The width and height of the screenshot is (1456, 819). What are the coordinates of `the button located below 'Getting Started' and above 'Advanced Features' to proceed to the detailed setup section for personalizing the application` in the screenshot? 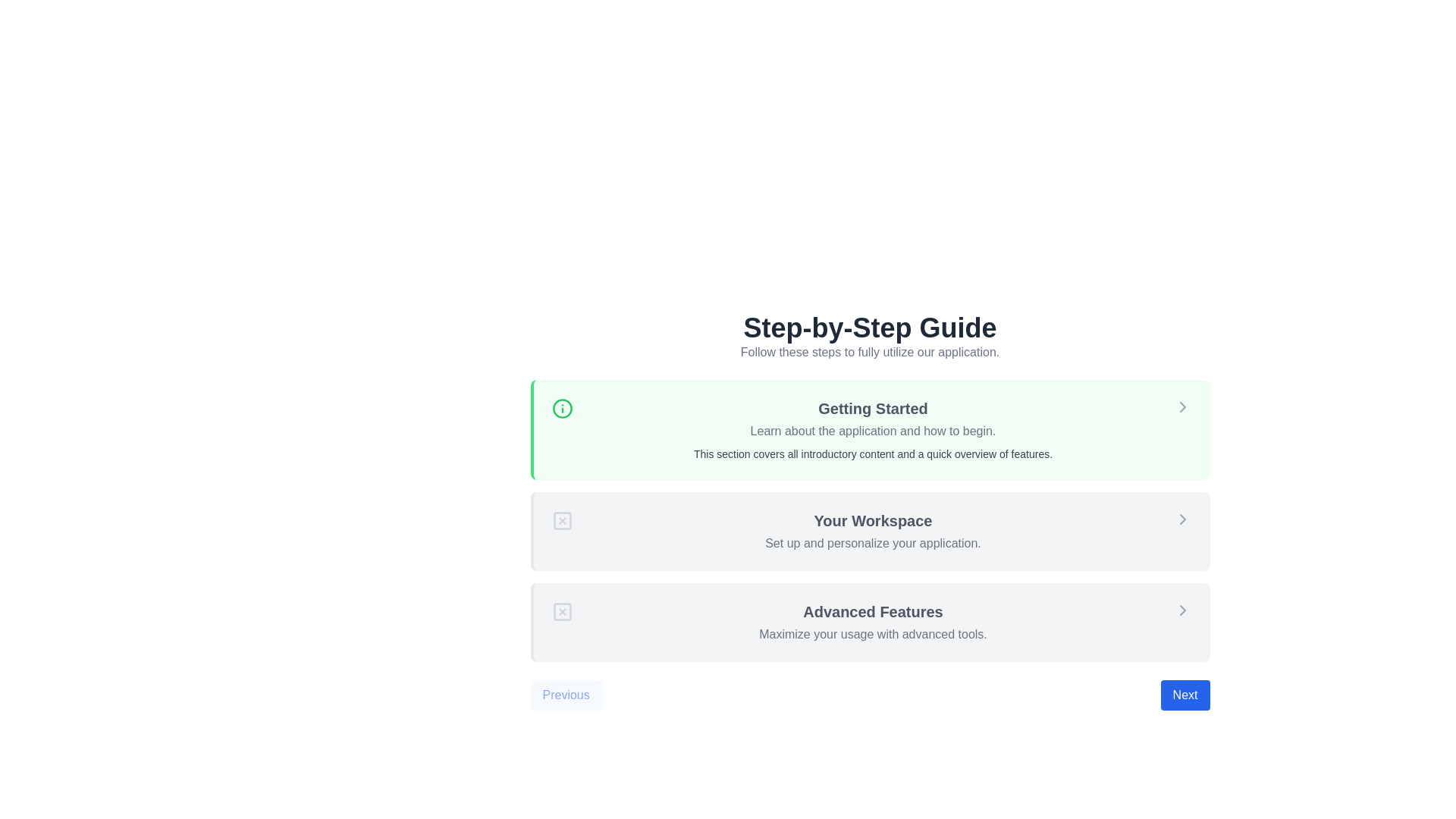 It's located at (870, 531).